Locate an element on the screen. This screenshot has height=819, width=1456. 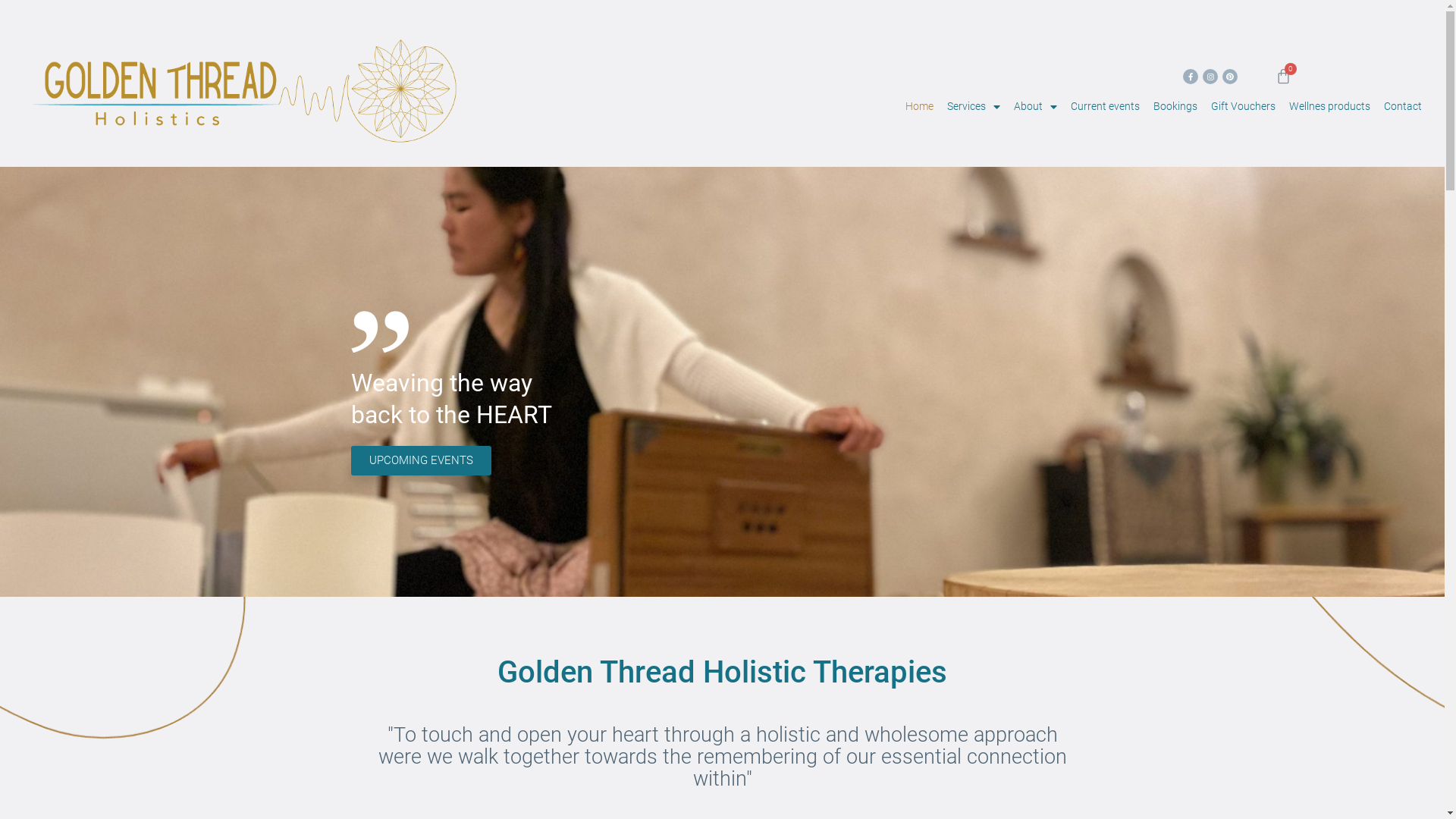
'Bookings' is located at coordinates (1175, 106).